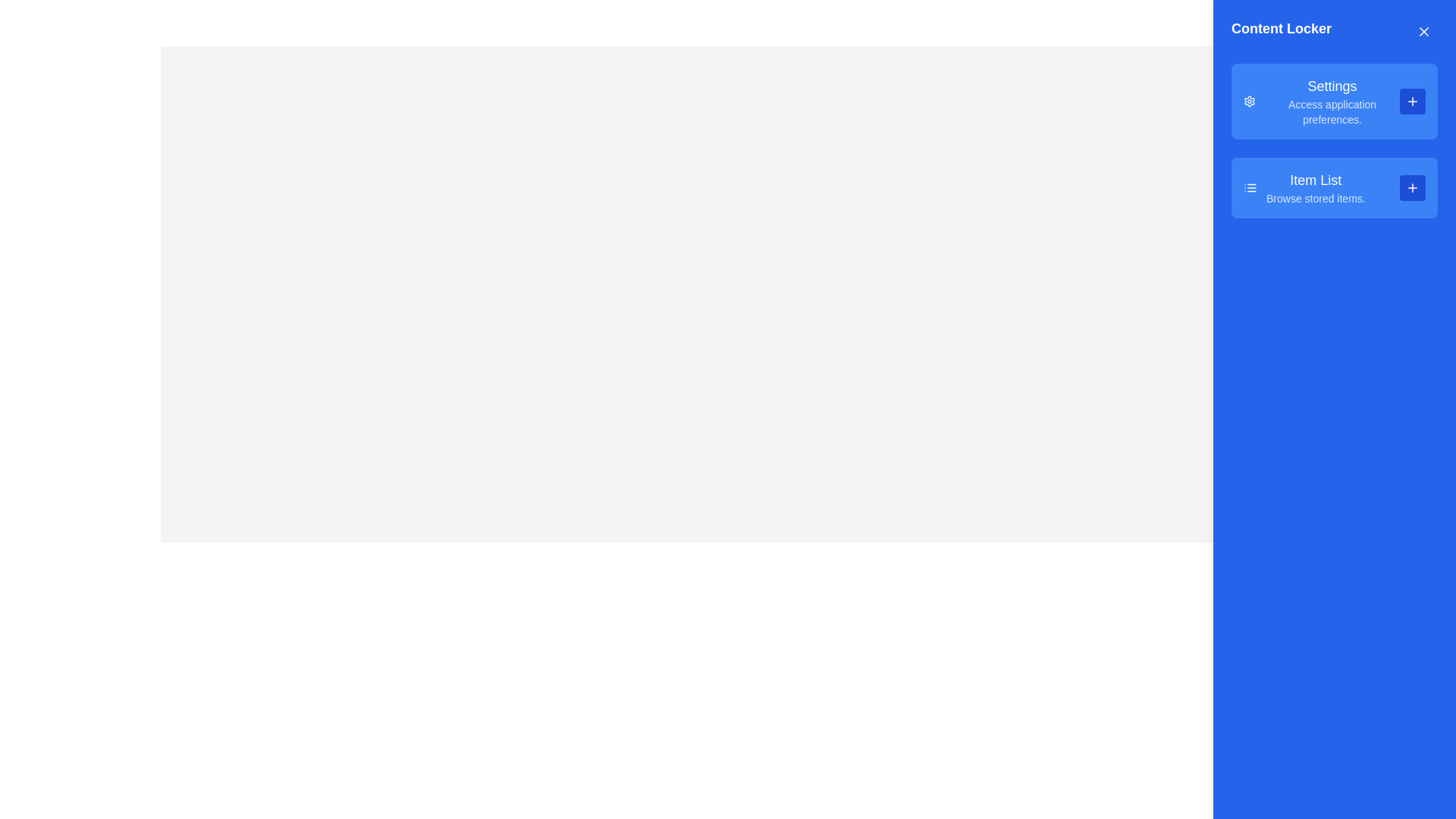 This screenshot has width=1456, height=819. Describe the element at coordinates (1332, 111) in the screenshot. I see `the descriptive text element providing guidance about accessing application settings, located directly below the 'Settings' title` at that location.